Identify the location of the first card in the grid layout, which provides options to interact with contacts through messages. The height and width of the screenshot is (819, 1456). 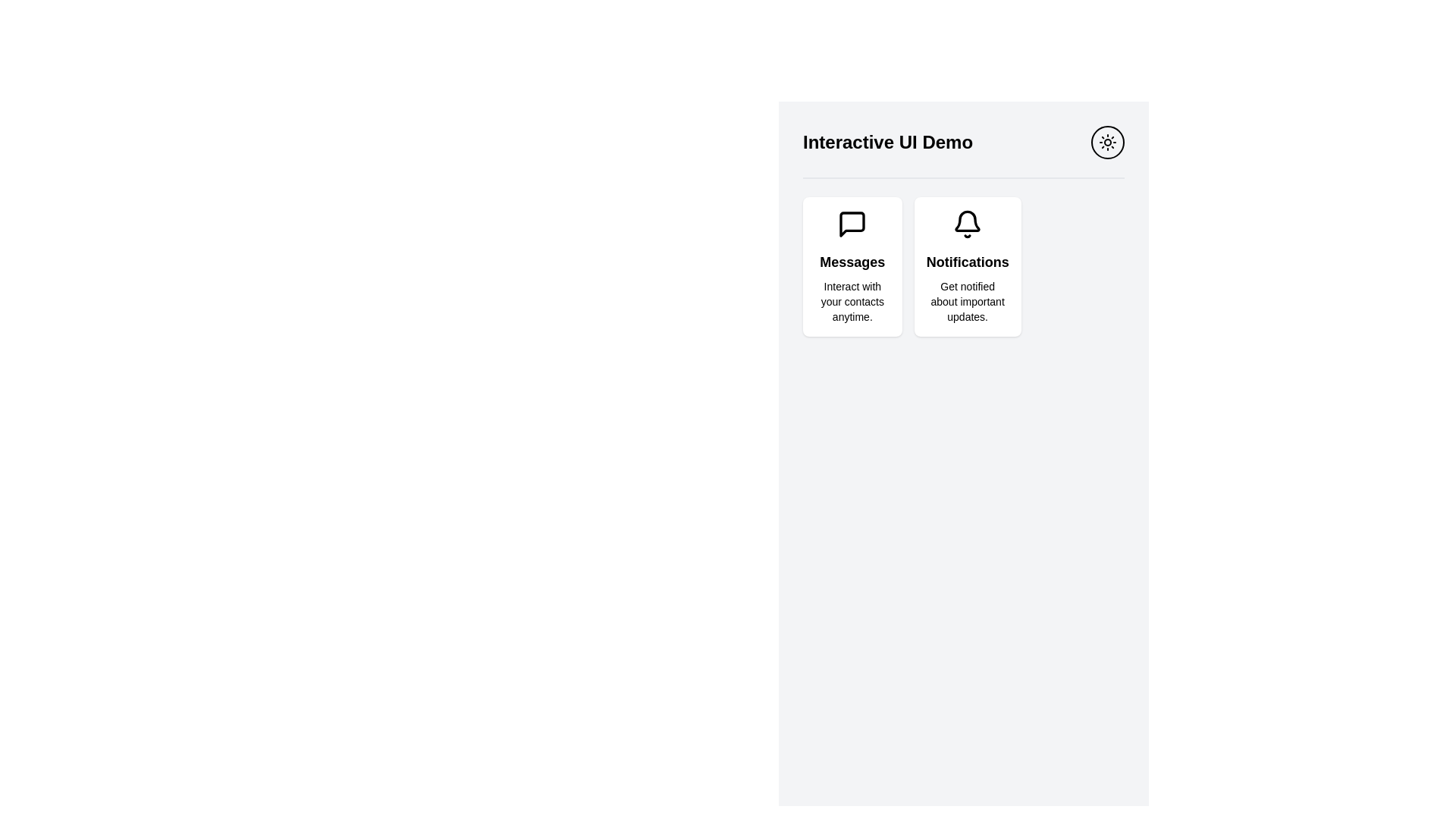
(852, 265).